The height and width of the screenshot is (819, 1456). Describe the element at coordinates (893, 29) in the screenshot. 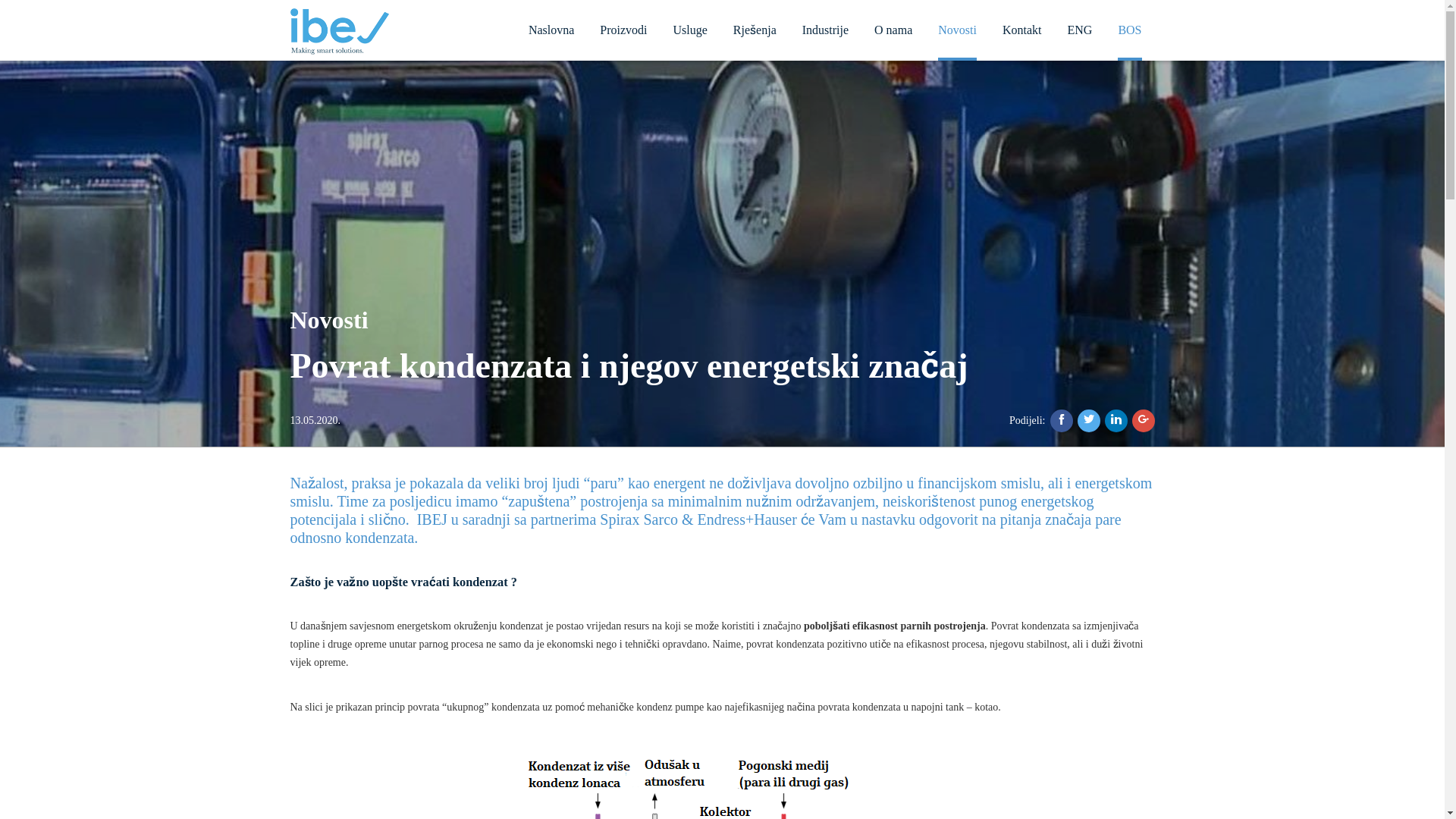

I see `'O nama'` at that location.